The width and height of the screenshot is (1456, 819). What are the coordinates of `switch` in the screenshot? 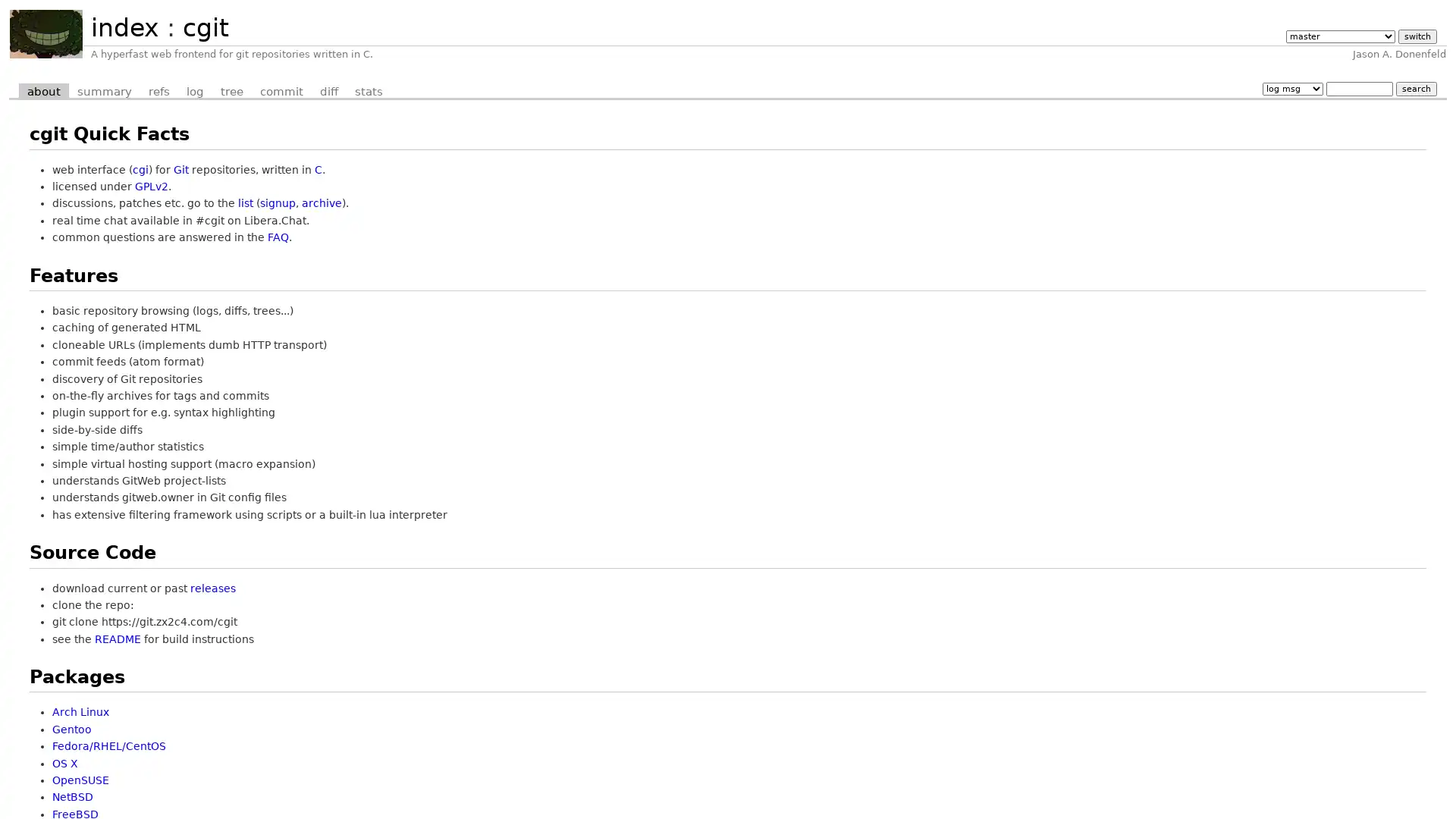 It's located at (1416, 36).